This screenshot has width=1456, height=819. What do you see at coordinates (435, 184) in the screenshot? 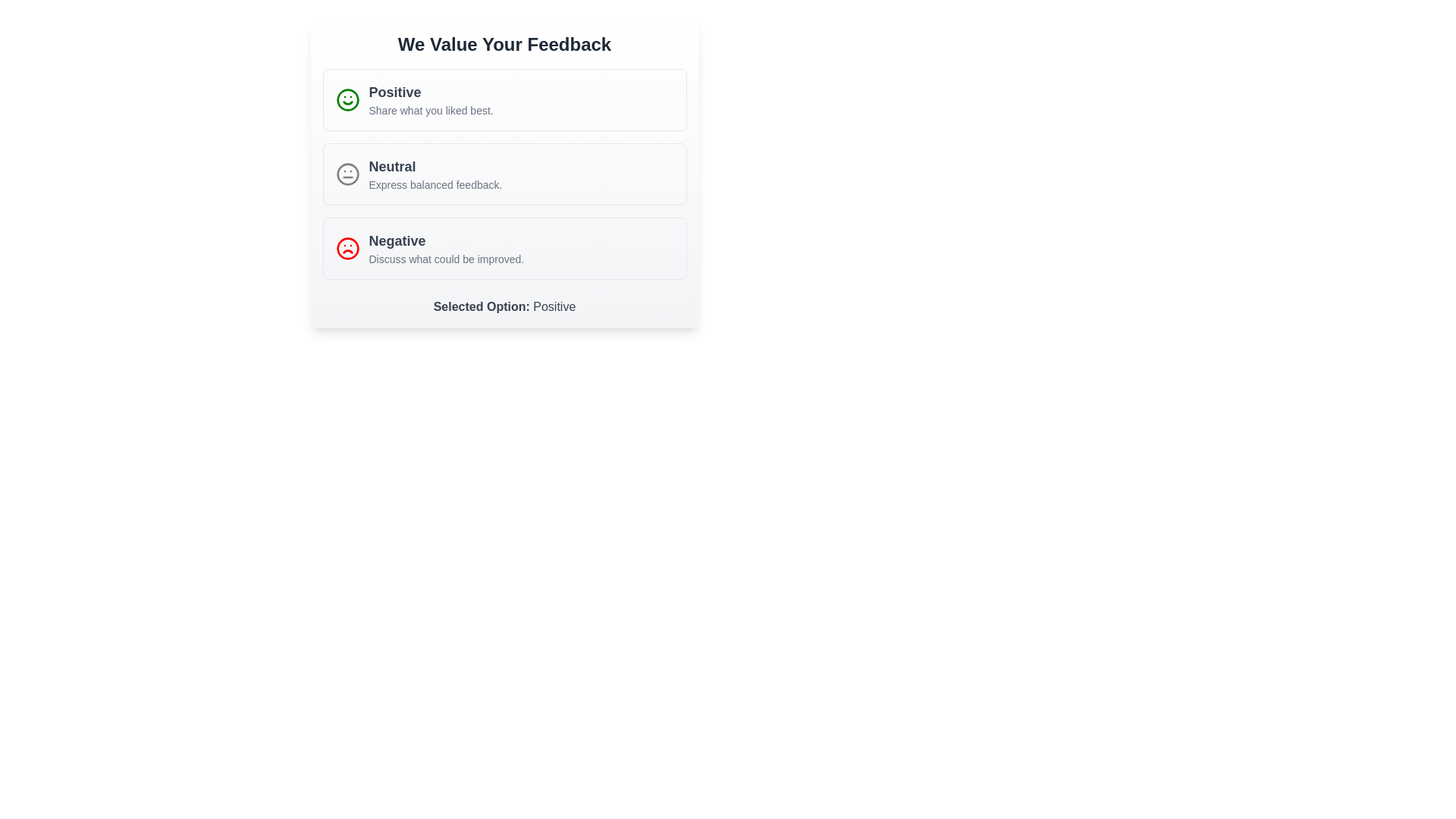
I see `text block that contains 'Express balanced feedback.' which is styled in a small, light gray font and positioned below the larger text 'Neutral'` at bounding box center [435, 184].